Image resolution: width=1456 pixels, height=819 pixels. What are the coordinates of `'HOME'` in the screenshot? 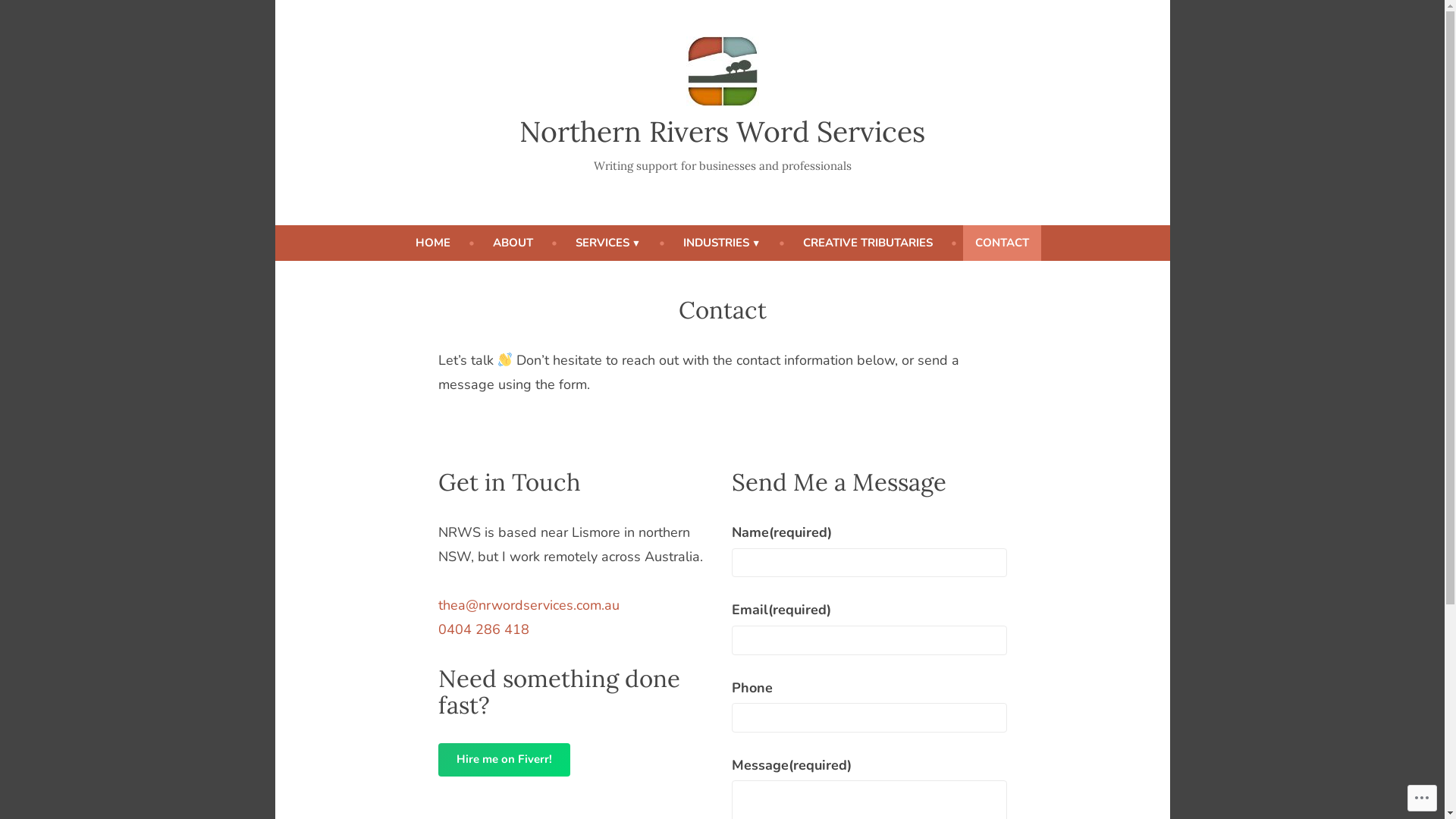 It's located at (403, 242).